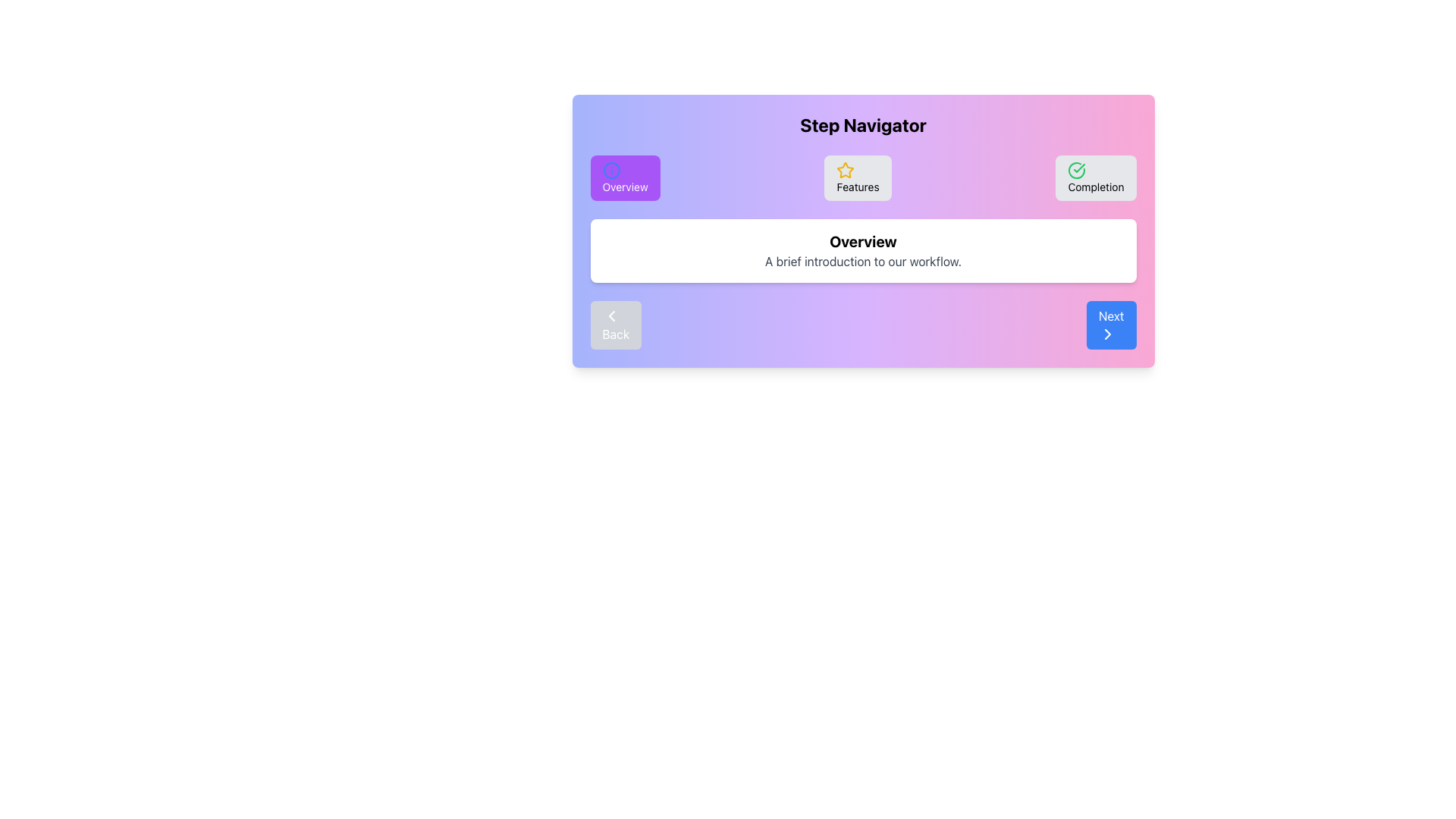 The height and width of the screenshot is (819, 1456). What do you see at coordinates (844, 169) in the screenshot?
I see `the star icon located above the 'Overview' description box, centered horizontally between the 'Overview' and 'Completion' buttons for interaction` at bounding box center [844, 169].